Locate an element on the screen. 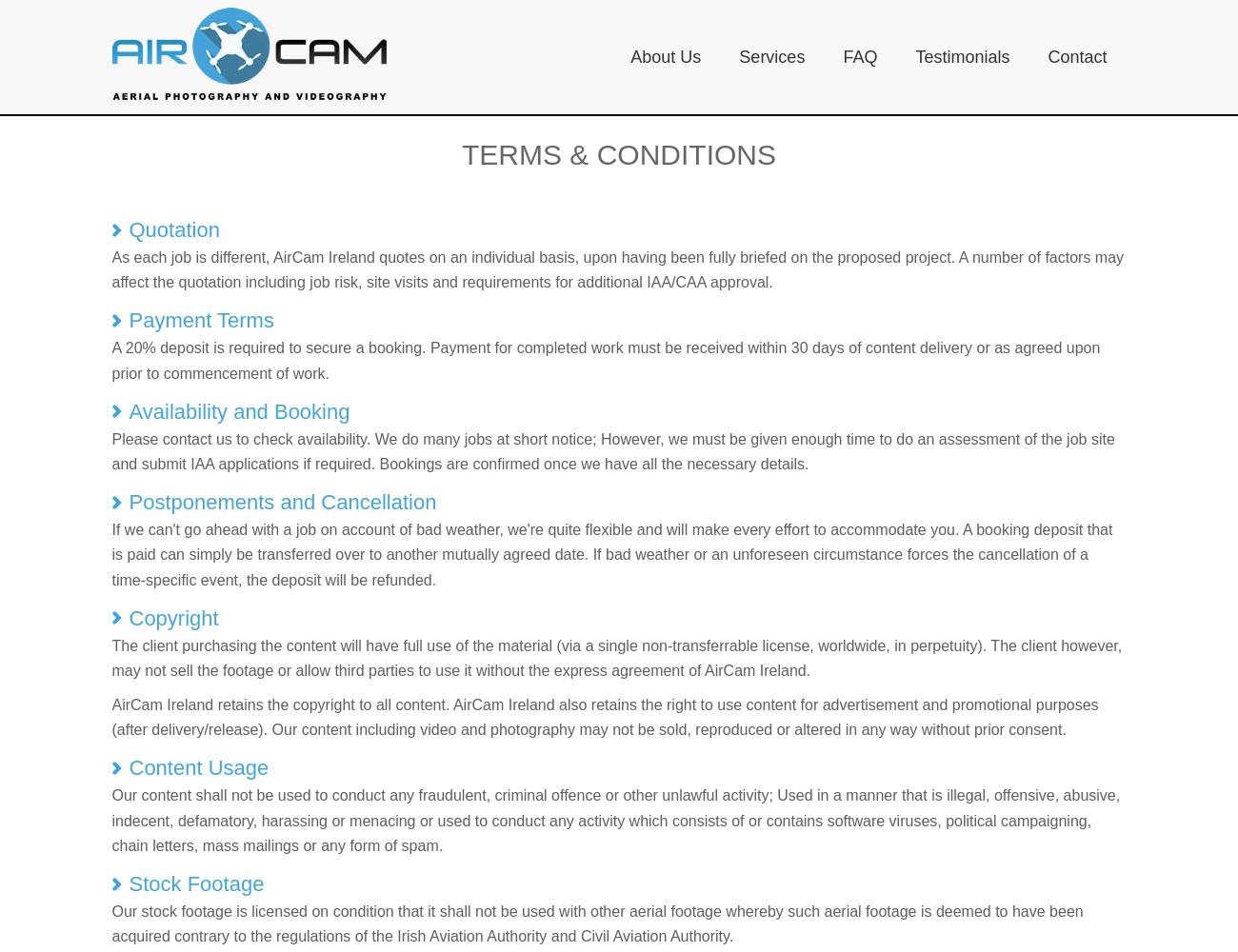 This screenshot has height=952, width=1238. 'If we can't go ahead with a job on account of bad weather, we're quite flexible and will make every effort to accommodate you. A booking deposit that is paid can simply be transferred over to another mutually agreed date. If bad weather or an unforeseen circumstance forces the cancellation of a time-specific event, the deposit will be refunded.' is located at coordinates (611, 553).